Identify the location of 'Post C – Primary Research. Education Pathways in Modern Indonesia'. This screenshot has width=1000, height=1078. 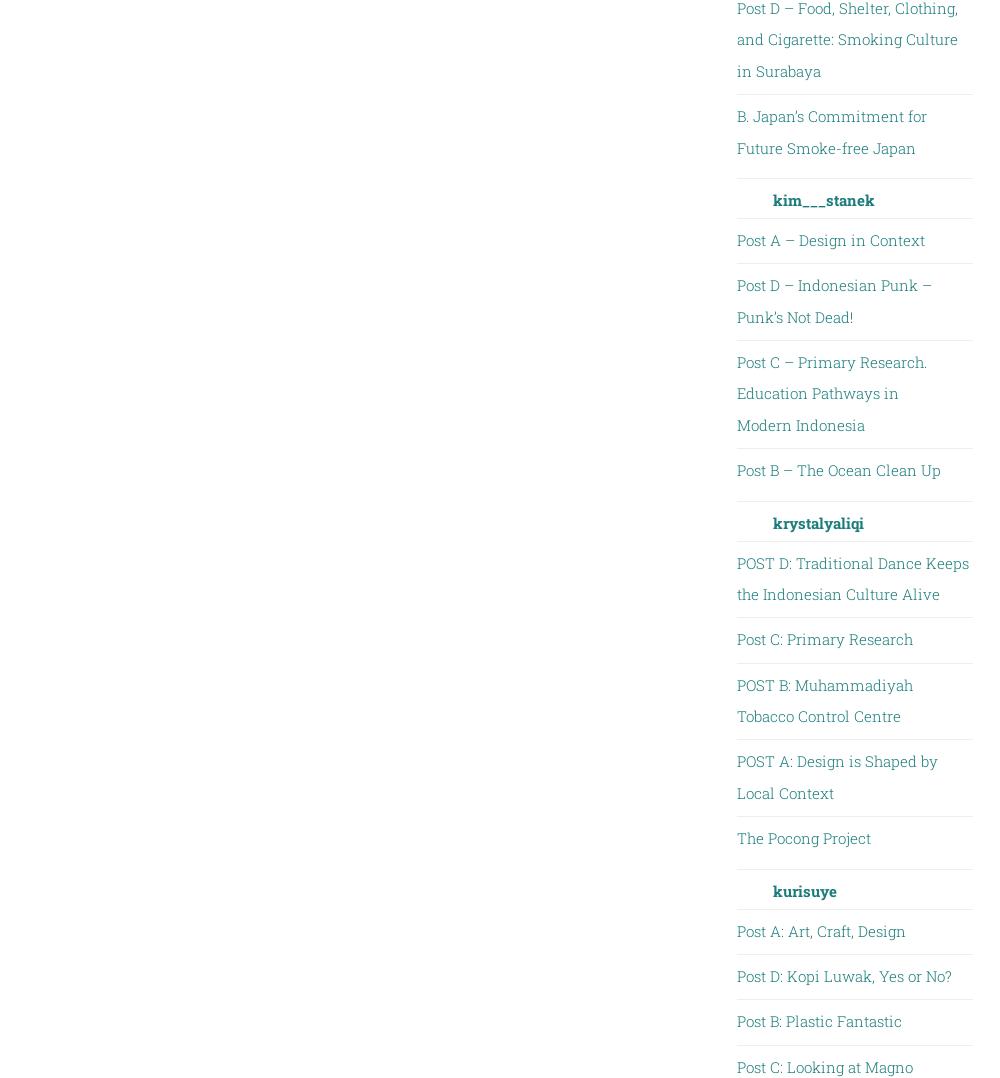
(830, 392).